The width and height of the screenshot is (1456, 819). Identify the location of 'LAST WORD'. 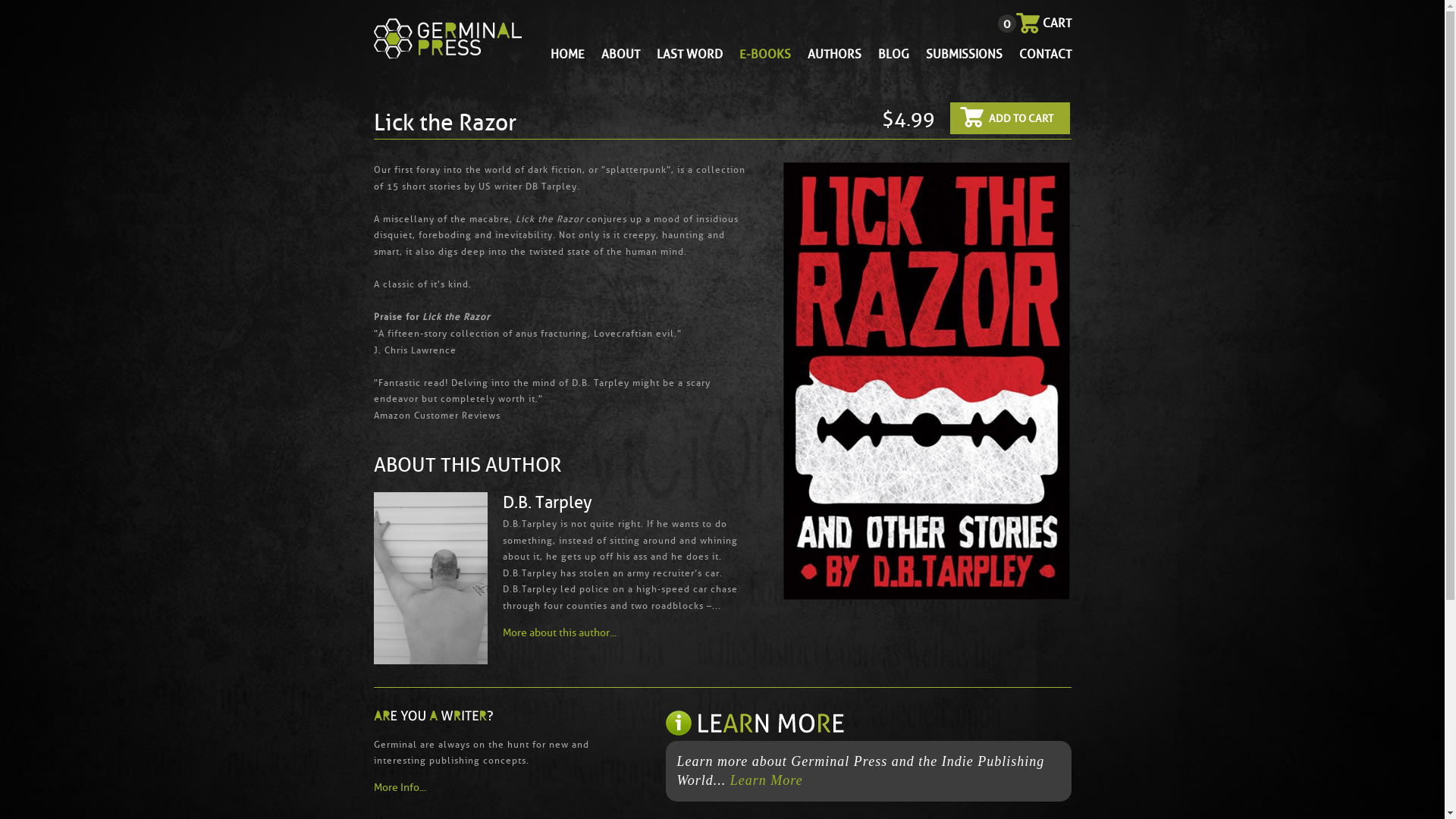
(689, 53).